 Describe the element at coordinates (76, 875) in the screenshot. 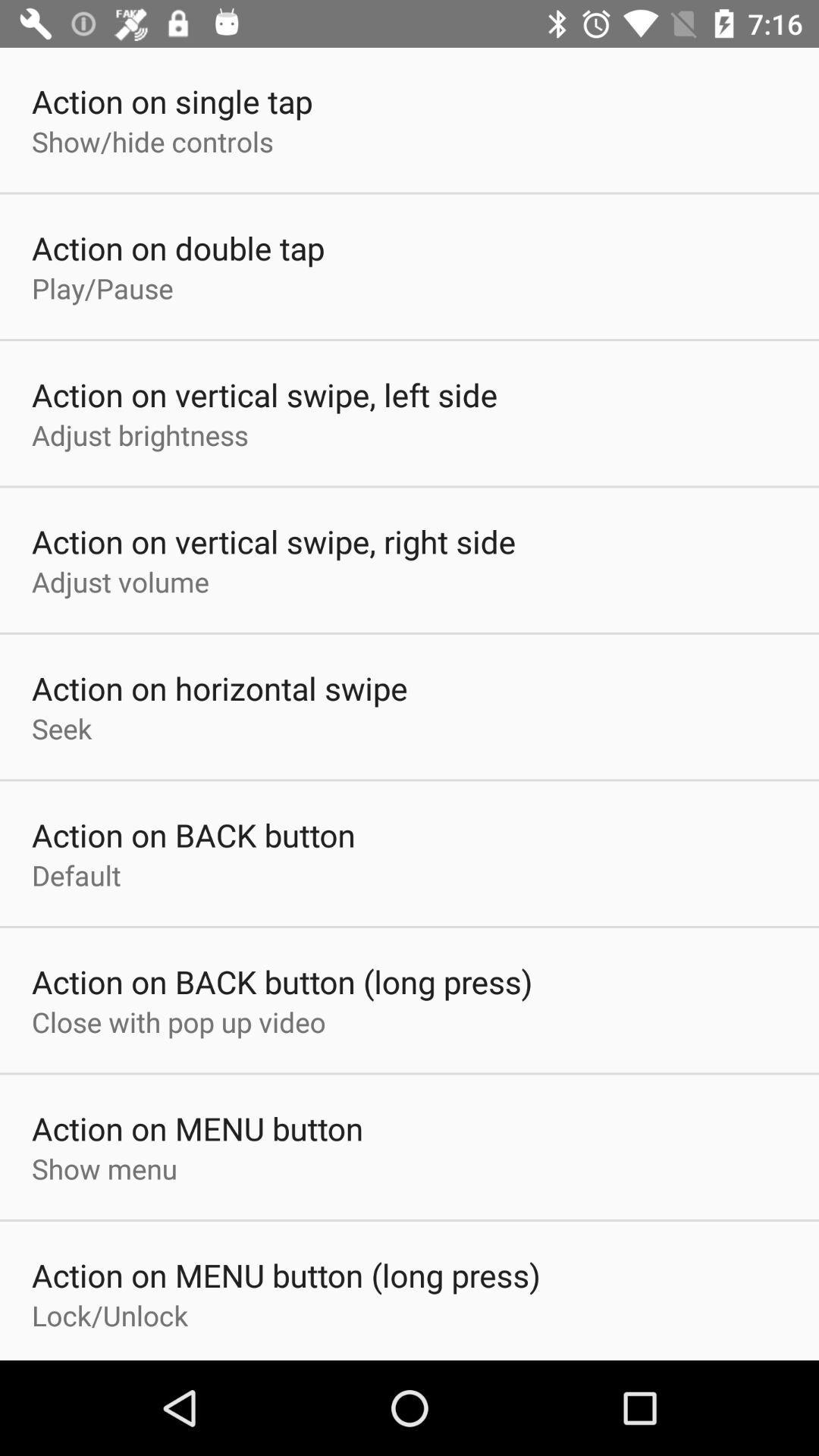

I see `default` at that location.